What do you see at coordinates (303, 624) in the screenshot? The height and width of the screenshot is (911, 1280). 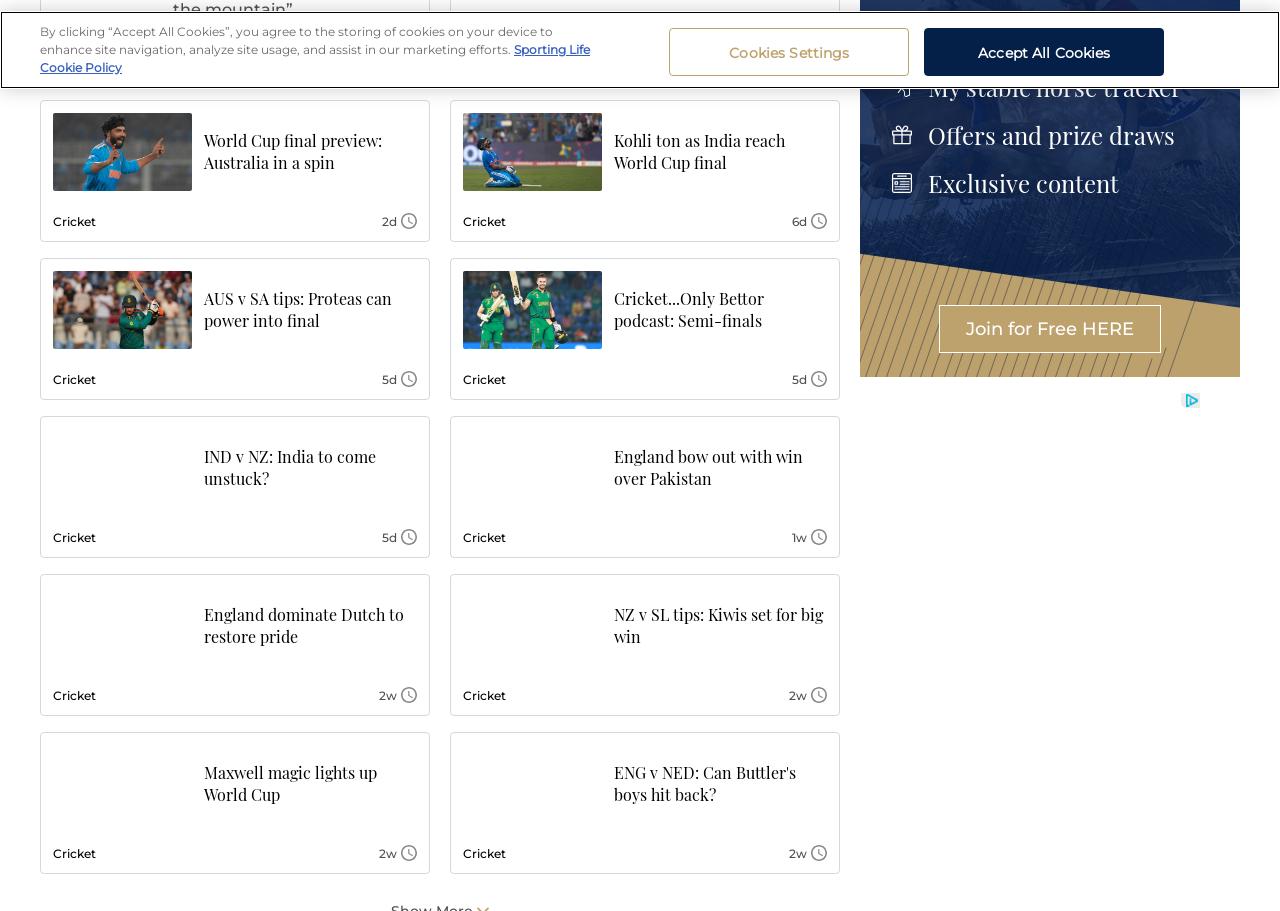 I see `'England dominate Dutch to restore pride'` at bounding box center [303, 624].